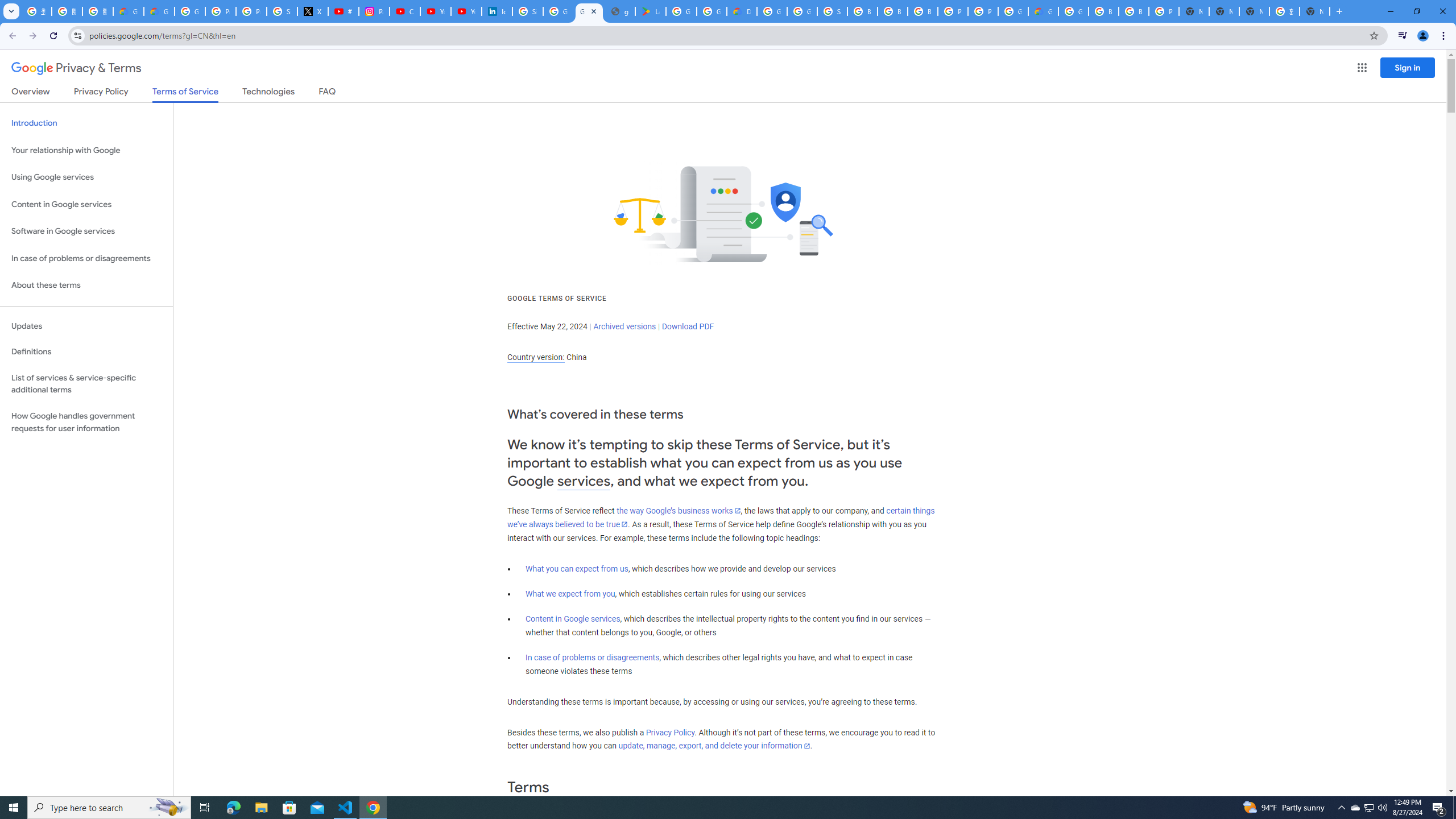 This screenshot has width=1456, height=819. What do you see at coordinates (11, 35) in the screenshot?
I see `'Back'` at bounding box center [11, 35].